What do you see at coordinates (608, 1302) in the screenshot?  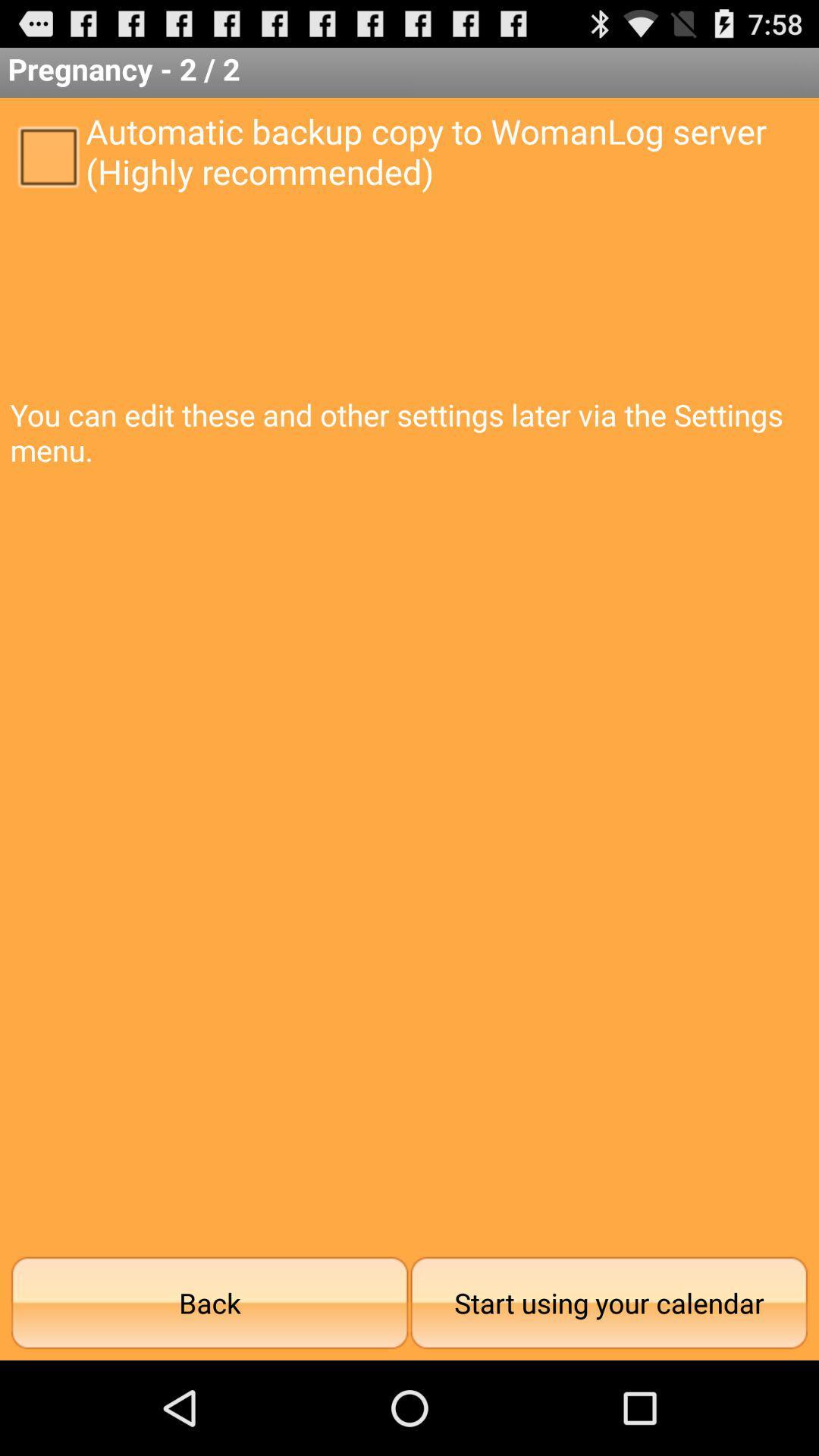 I see `the start using your icon` at bounding box center [608, 1302].